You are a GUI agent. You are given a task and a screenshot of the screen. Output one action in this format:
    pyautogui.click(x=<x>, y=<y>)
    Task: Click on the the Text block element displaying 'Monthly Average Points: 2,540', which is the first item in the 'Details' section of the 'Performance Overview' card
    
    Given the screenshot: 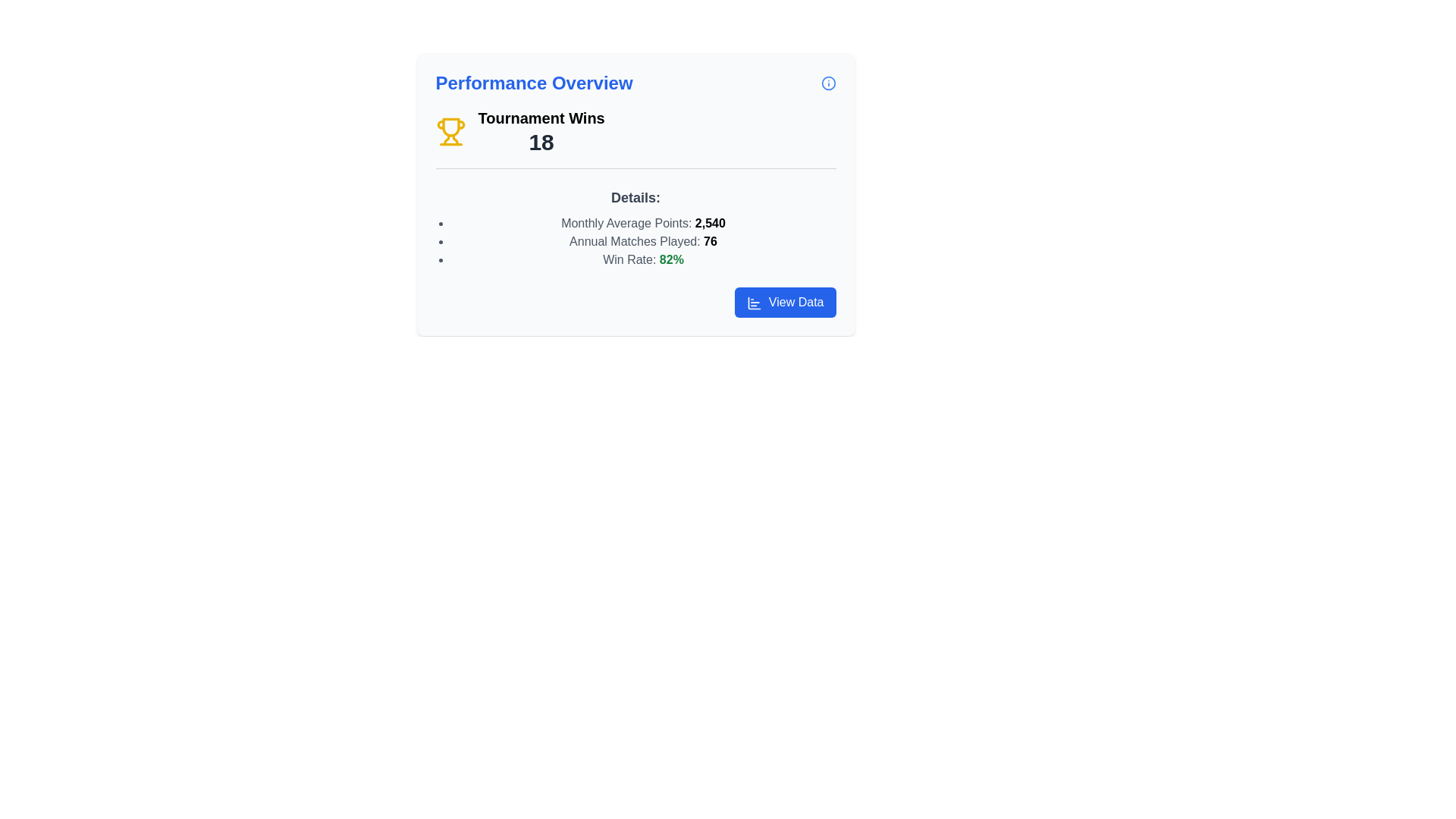 What is the action you would take?
    pyautogui.click(x=643, y=223)
    